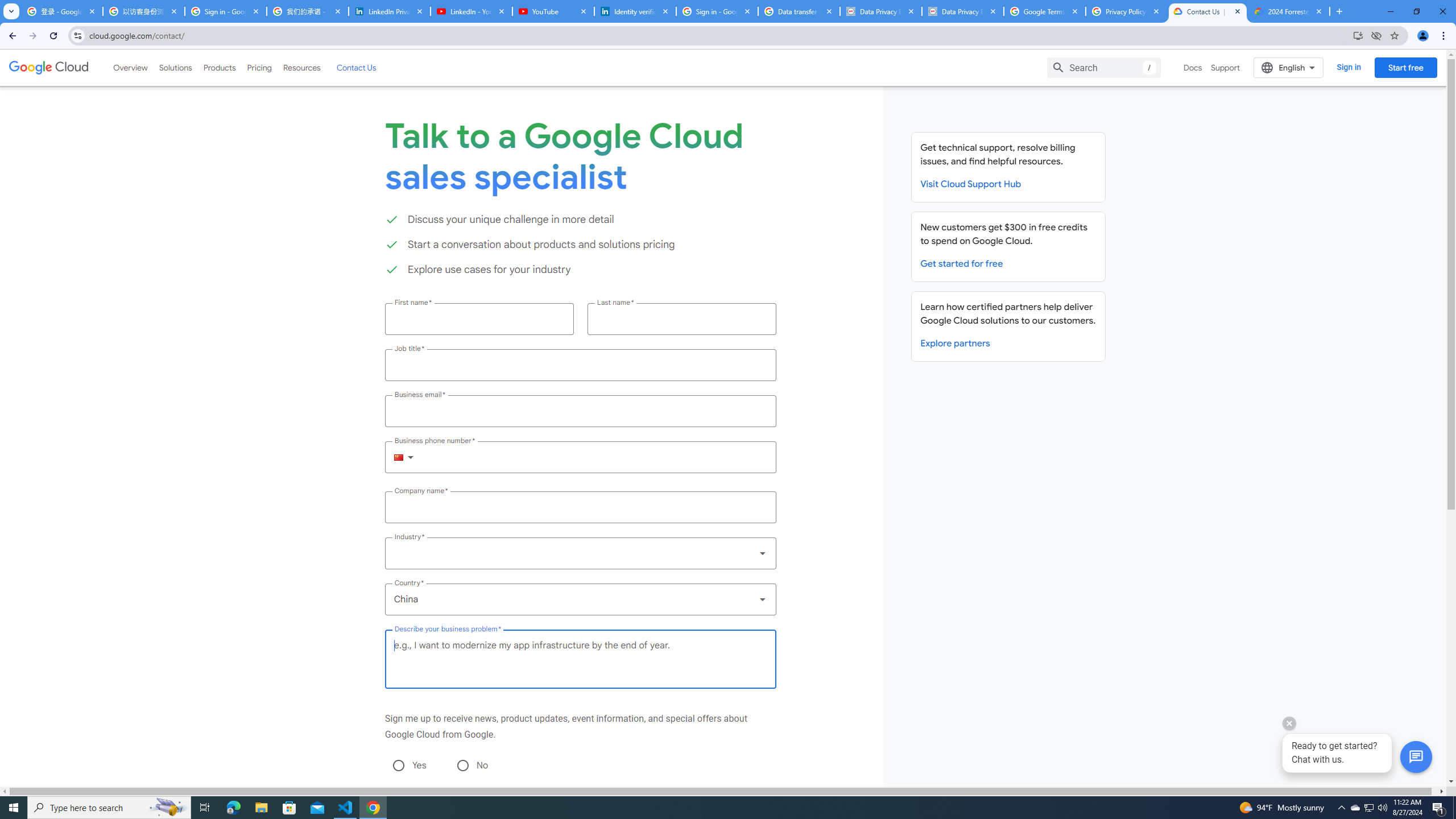  What do you see at coordinates (175, 67) in the screenshot?
I see `'Solutions'` at bounding box center [175, 67].